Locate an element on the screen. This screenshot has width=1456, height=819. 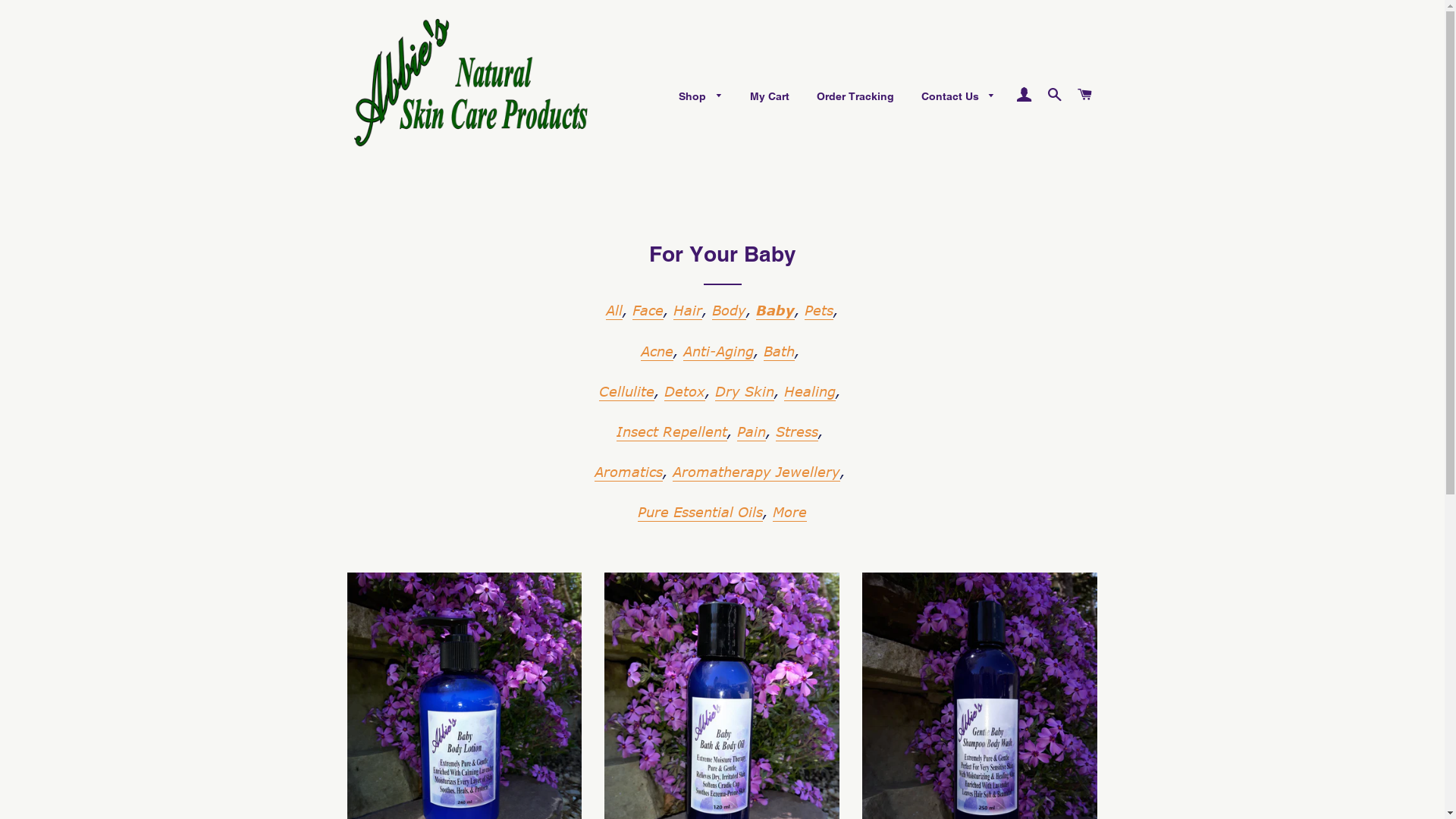
'Contact Us' is located at coordinates (957, 96).